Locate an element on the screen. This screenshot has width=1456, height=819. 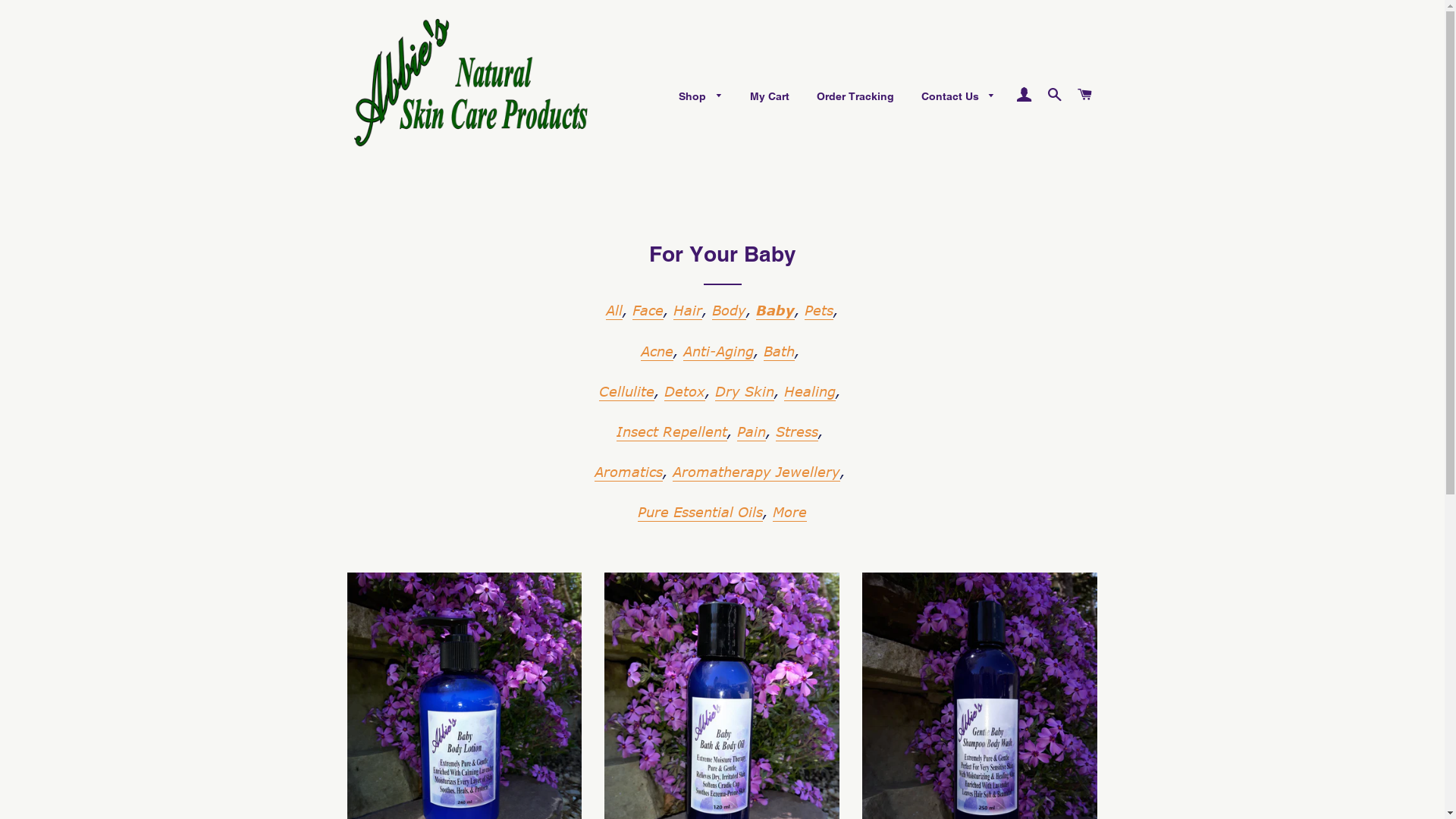
'Contact Us' is located at coordinates (957, 96).